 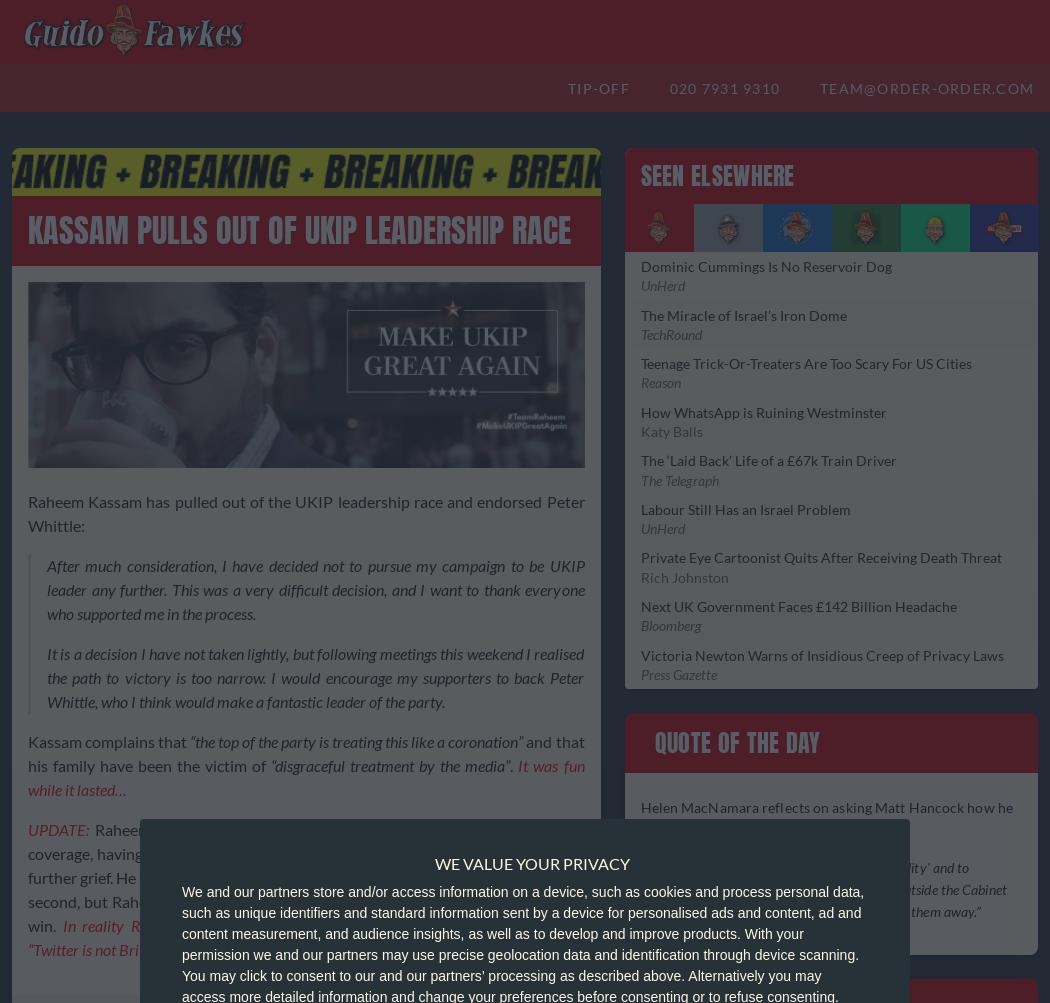 What do you see at coordinates (669, 625) in the screenshot?
I see `'Bloomberg'` at bounding box center [669, 625].